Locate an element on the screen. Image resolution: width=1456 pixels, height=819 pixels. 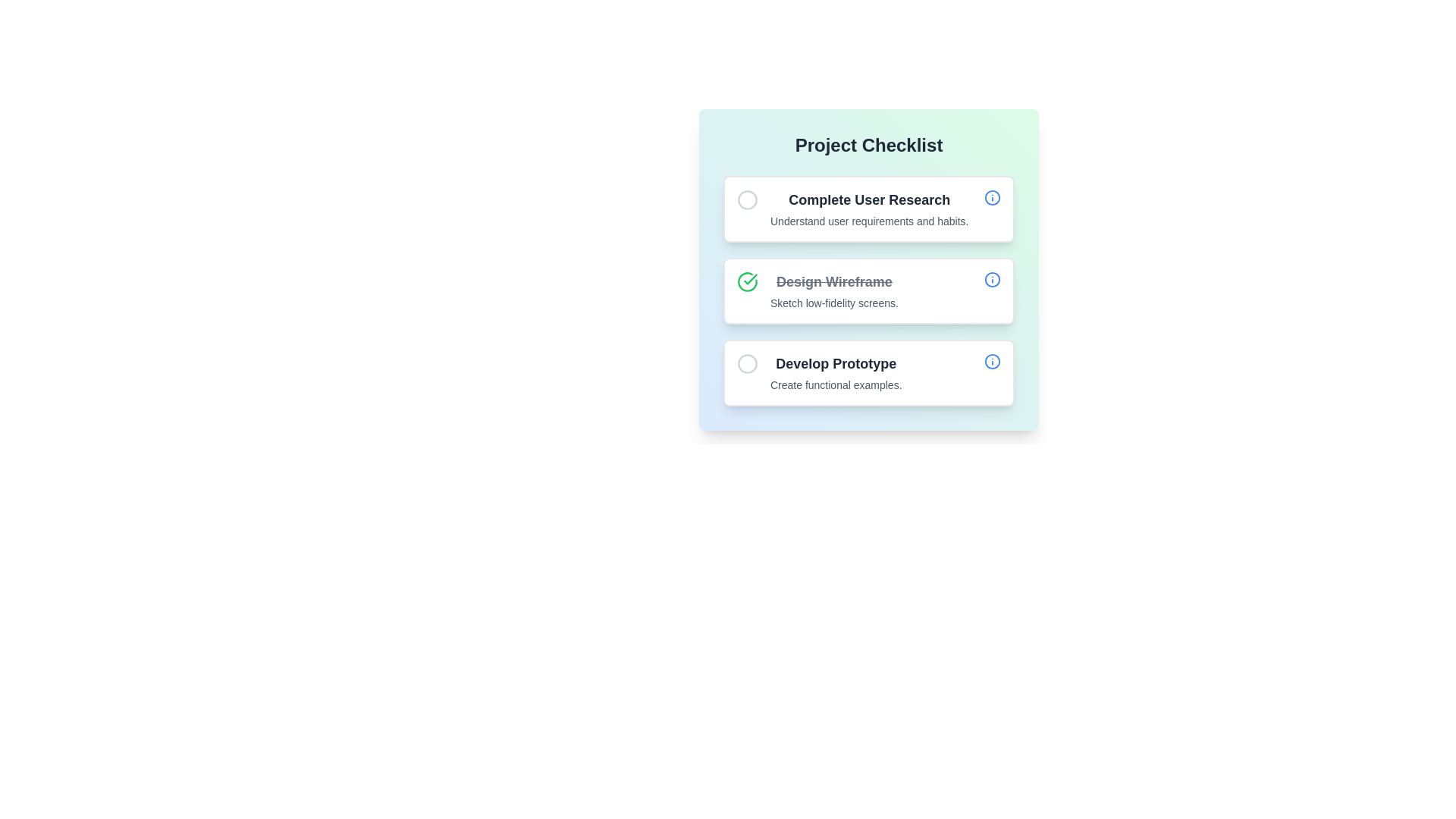
the 'Complete User Research' text label is located at coordinates (869, 199).